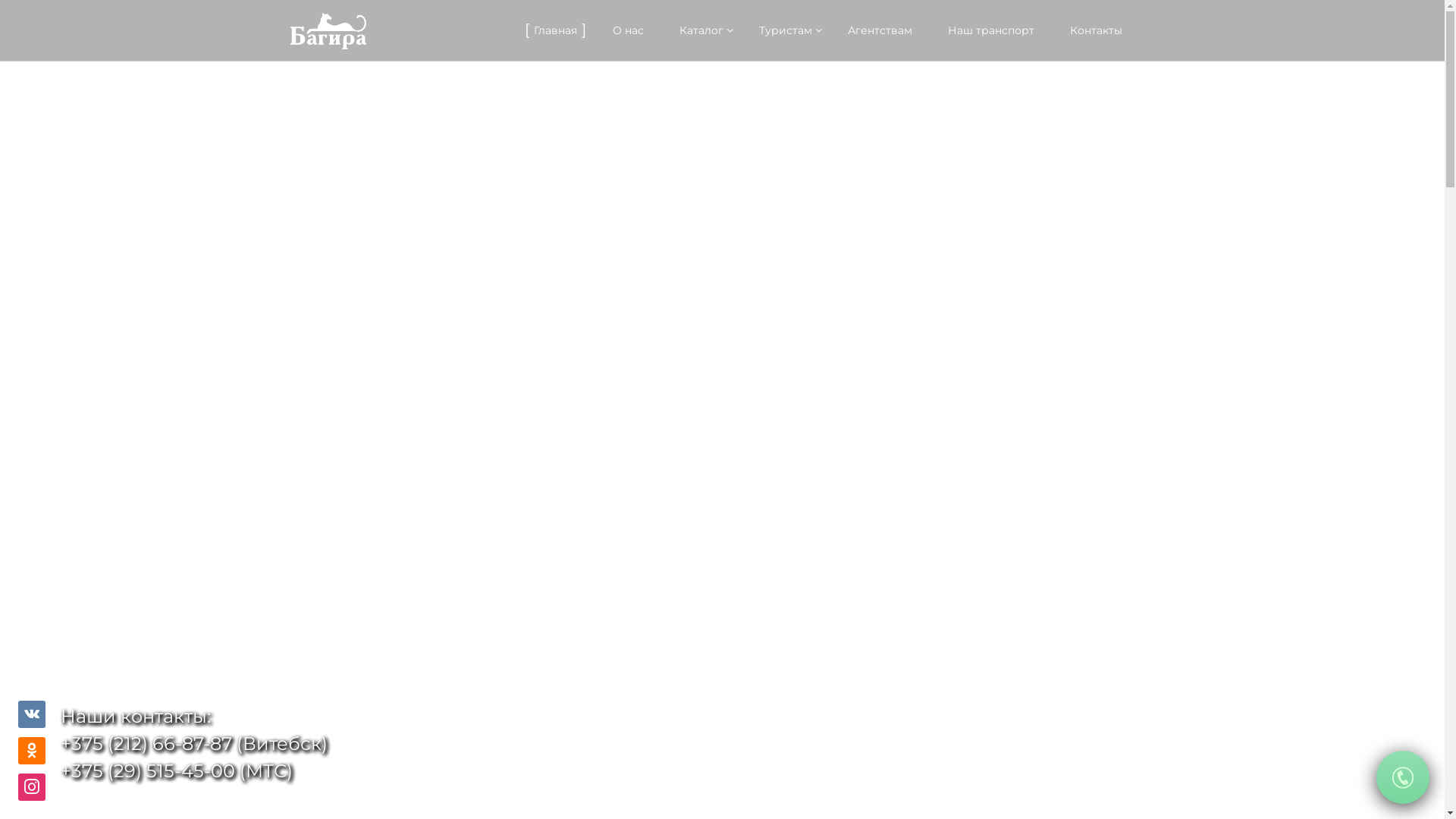  I want to click on 'odnoklassniki', so click(32, 751).